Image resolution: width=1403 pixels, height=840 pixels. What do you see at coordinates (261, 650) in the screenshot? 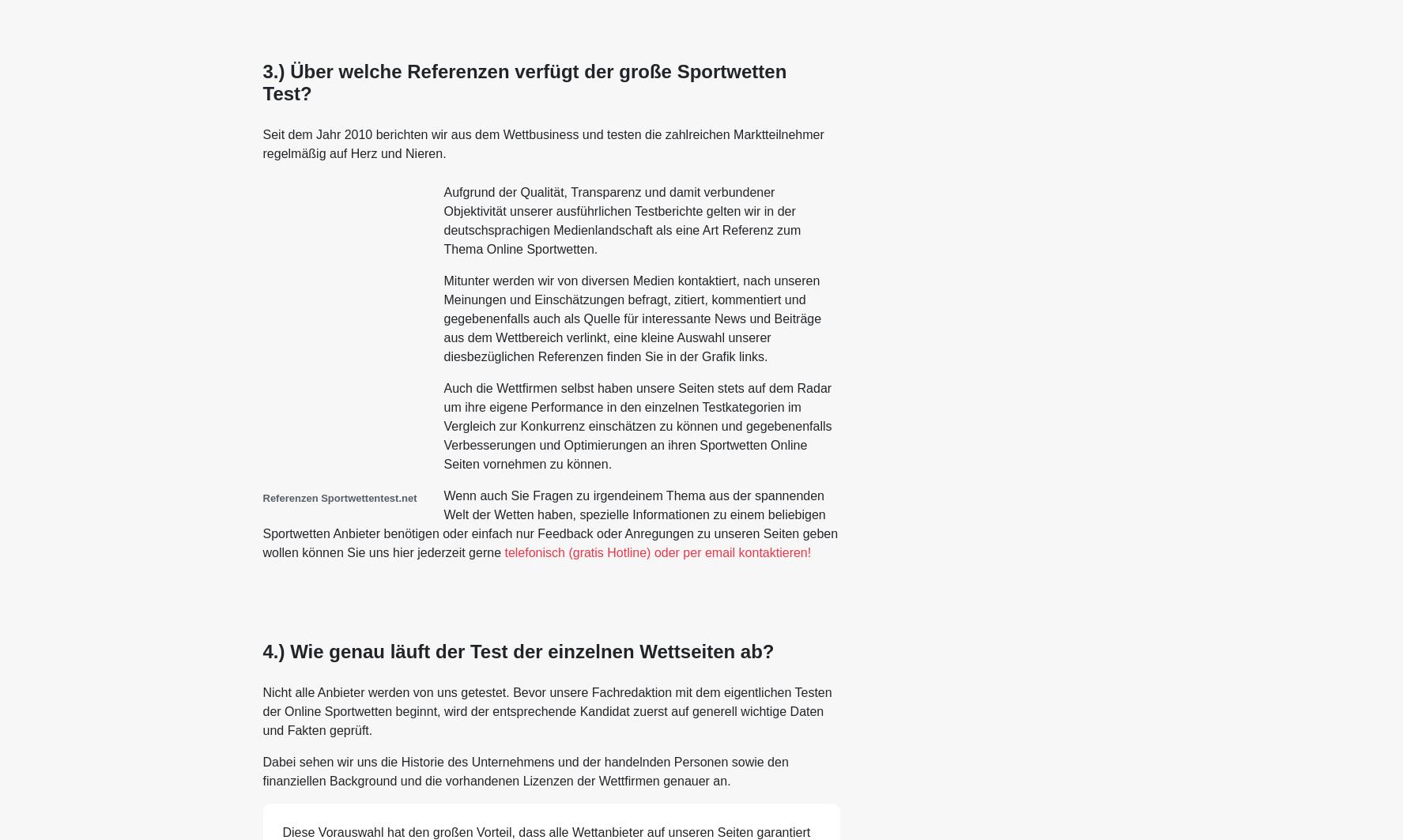
I see `'4.) Wie genau läuft der Test der einzelnen Wettseiten ab?'` at bounding box center [261, 650].